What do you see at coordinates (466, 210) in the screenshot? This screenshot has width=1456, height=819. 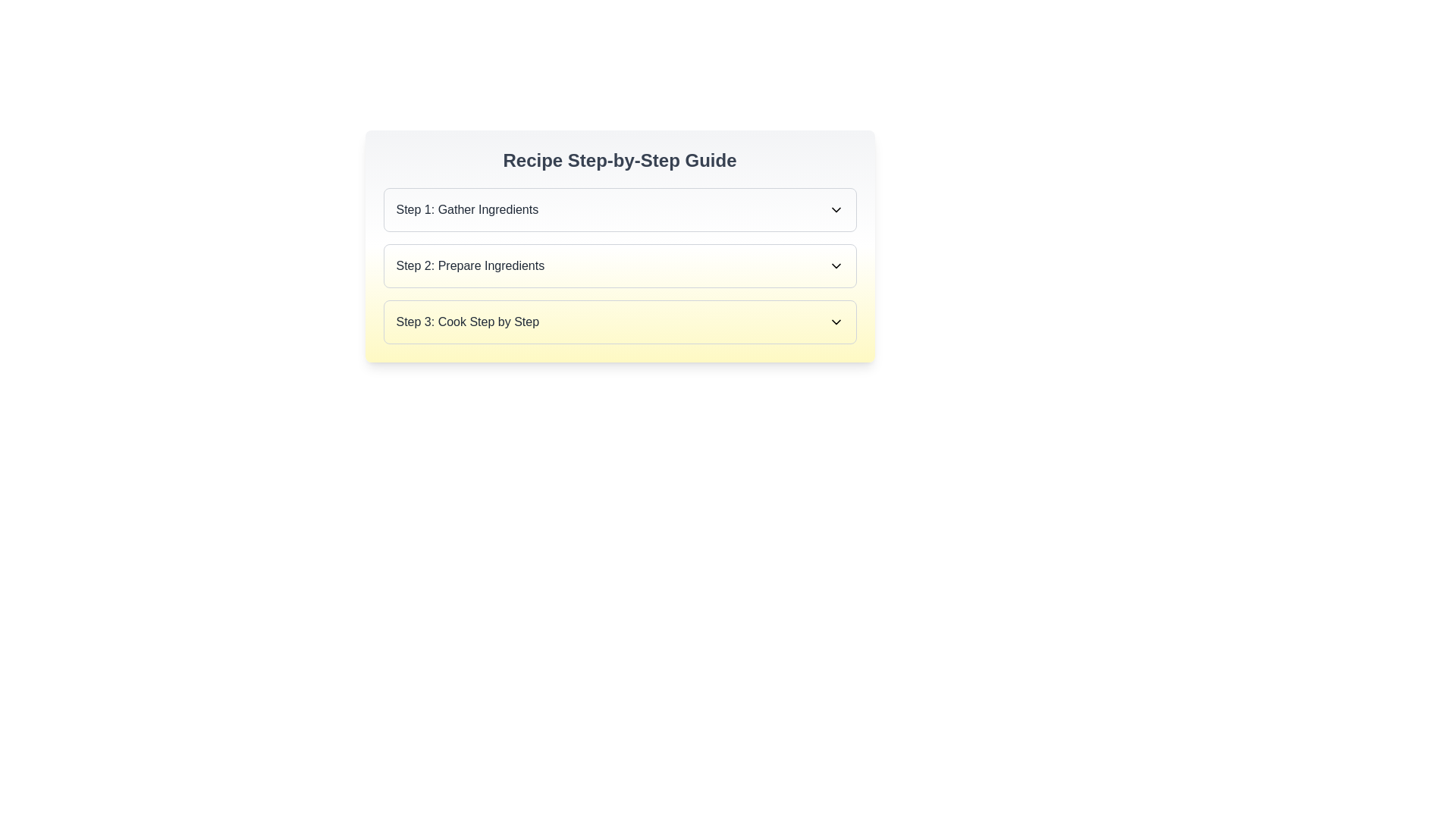 I see `the text label displaying 'Step 1: Gather Ingredients'` at bounding box center [466, 210].